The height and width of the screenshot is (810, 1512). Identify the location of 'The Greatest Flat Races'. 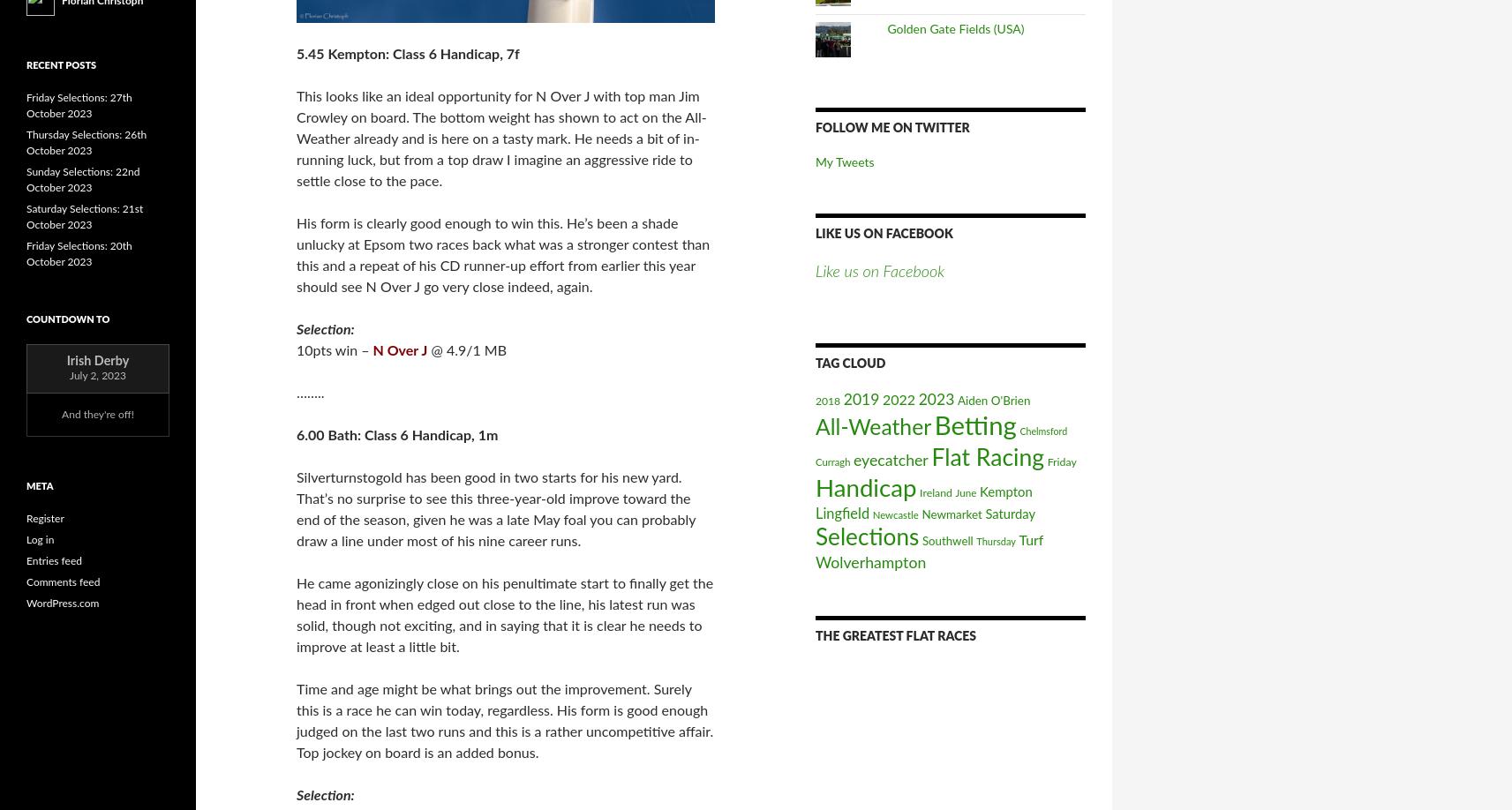
(895, 636).